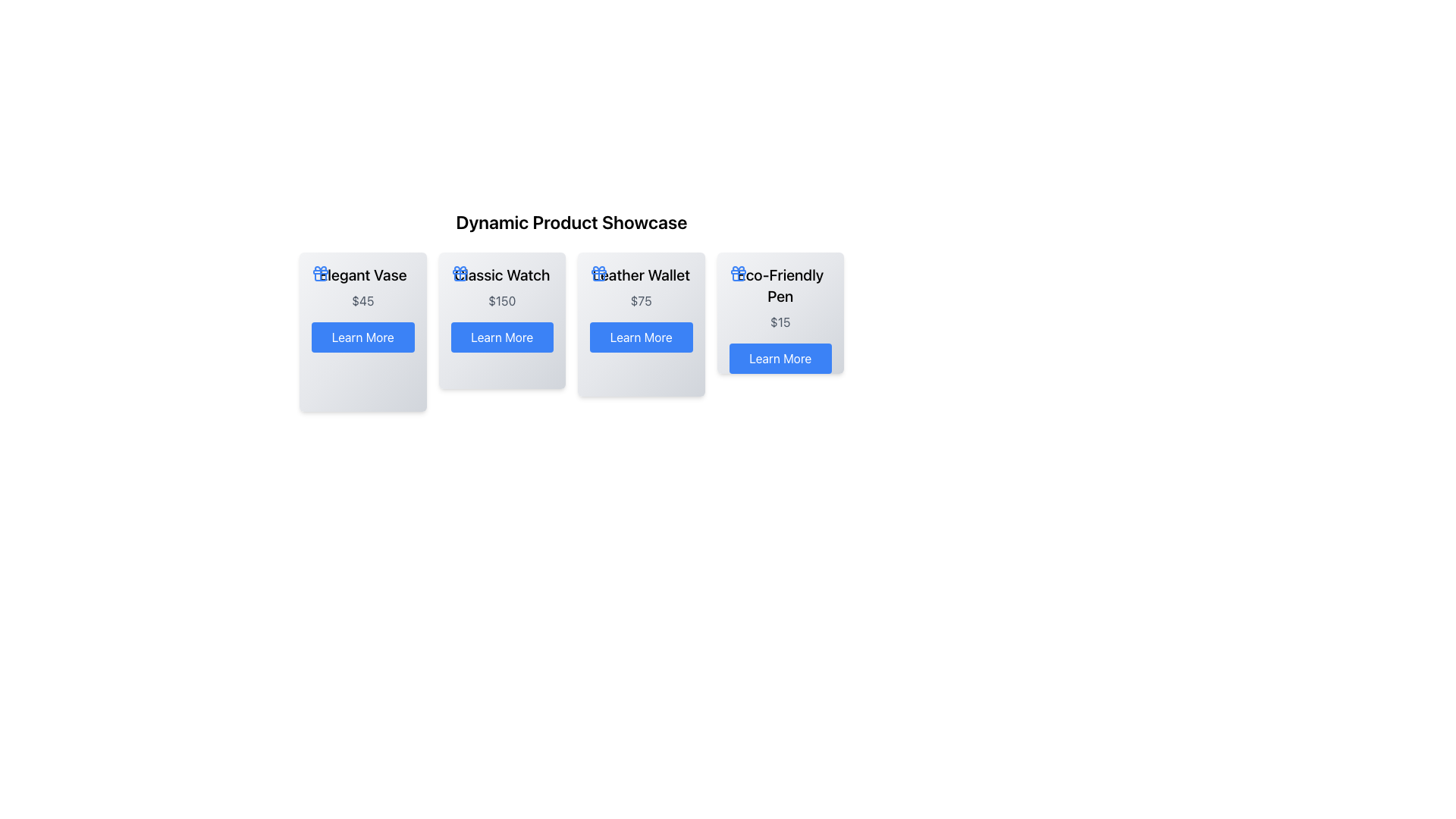 The height and width of the screenshot is (819, 1456). I want to click on the price label of the 'Eco-Friendly Pen' product, which is located below the product title and above the 'Learn More' button within its product card, so click(780, 321).